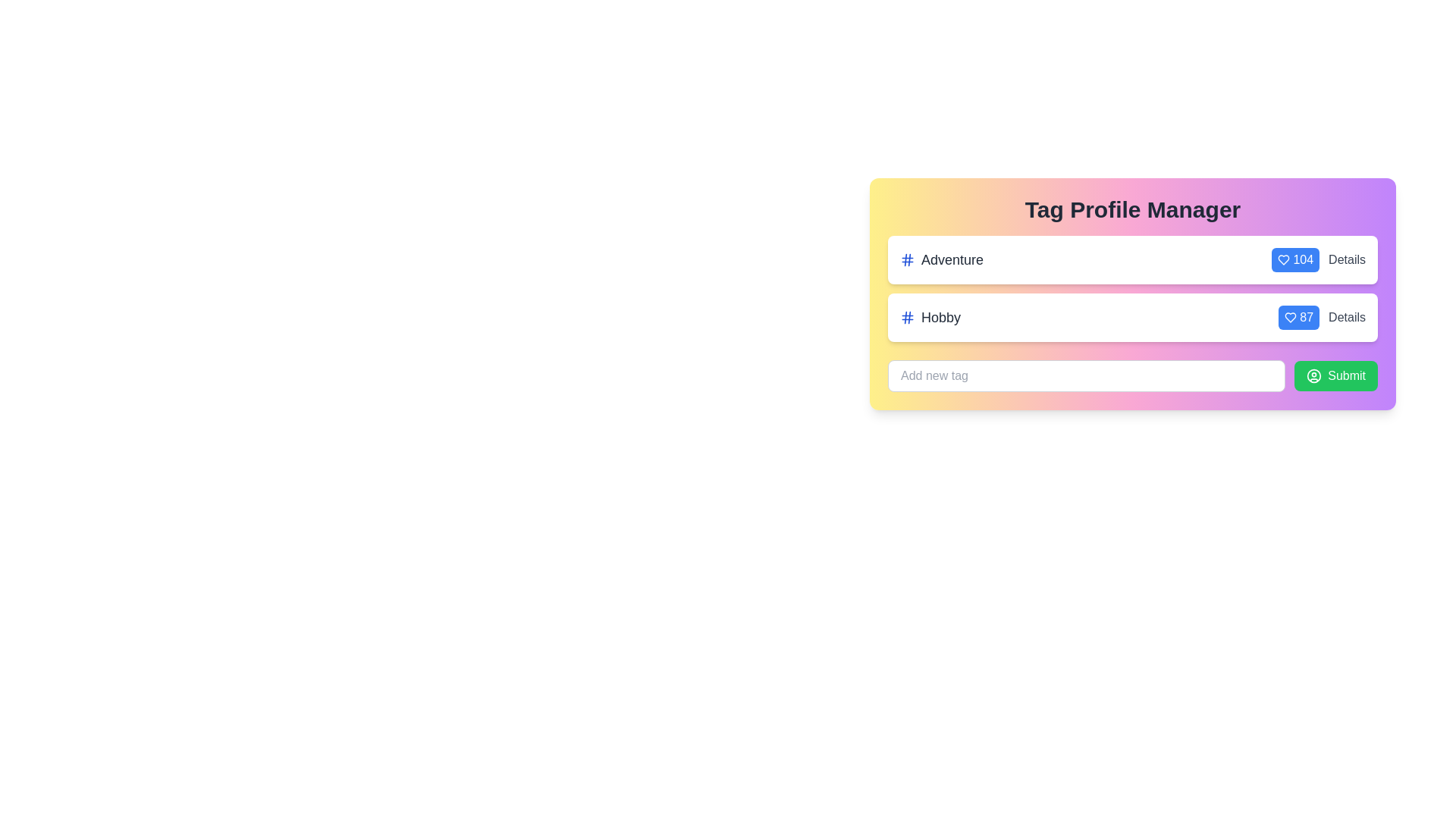  I want to click on the Header or Title Text that indicates the focus on managing tag profiles, located at the top-center of a colored box with rounded edges and a gradient background, so click(1132, 210).